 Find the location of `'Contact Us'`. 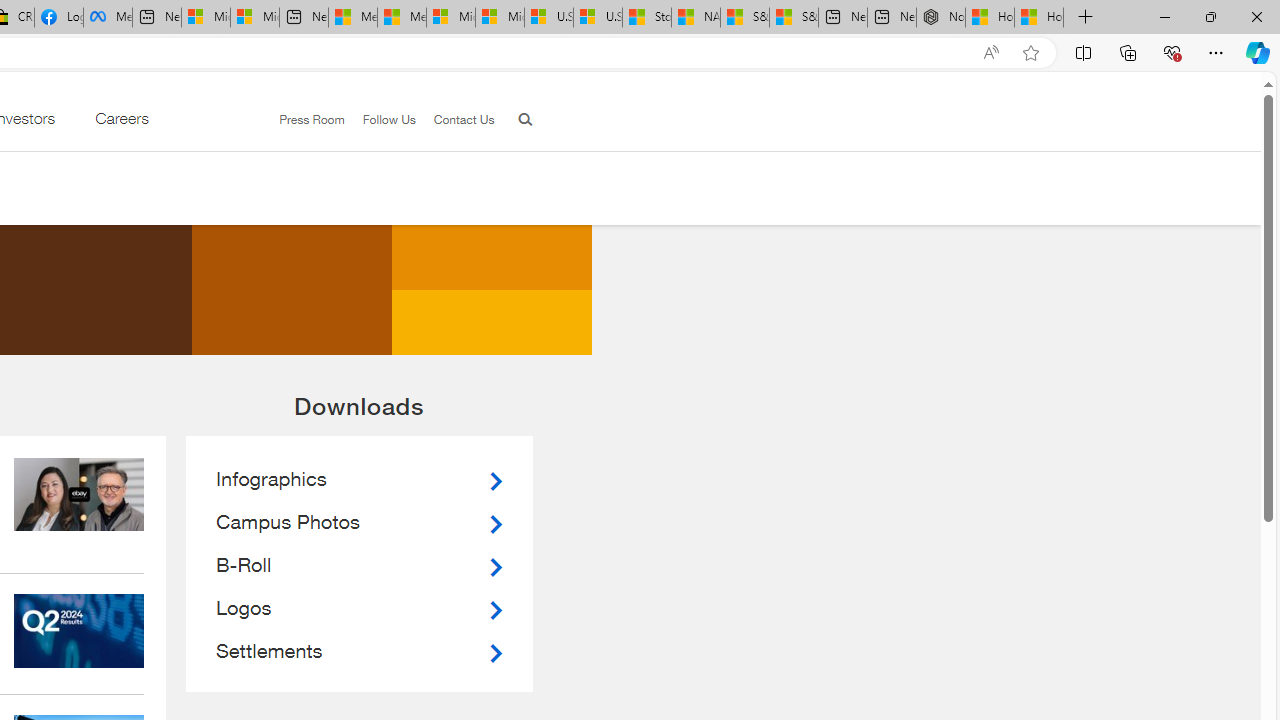

'Contact Us' is located at coordinates (463, 119).